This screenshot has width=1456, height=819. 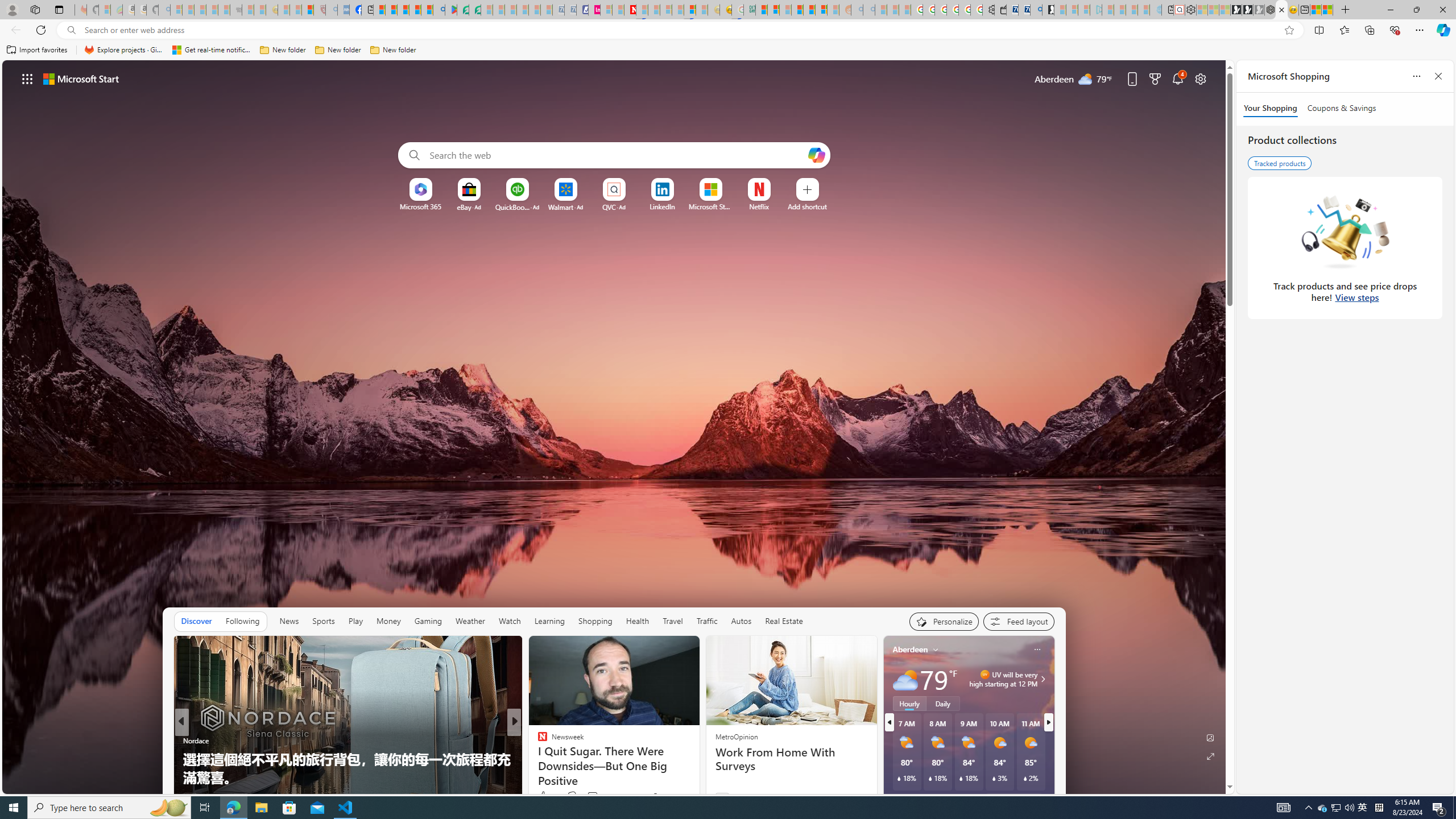 I want to click on 'Body Network', so click(x=537, y=758).